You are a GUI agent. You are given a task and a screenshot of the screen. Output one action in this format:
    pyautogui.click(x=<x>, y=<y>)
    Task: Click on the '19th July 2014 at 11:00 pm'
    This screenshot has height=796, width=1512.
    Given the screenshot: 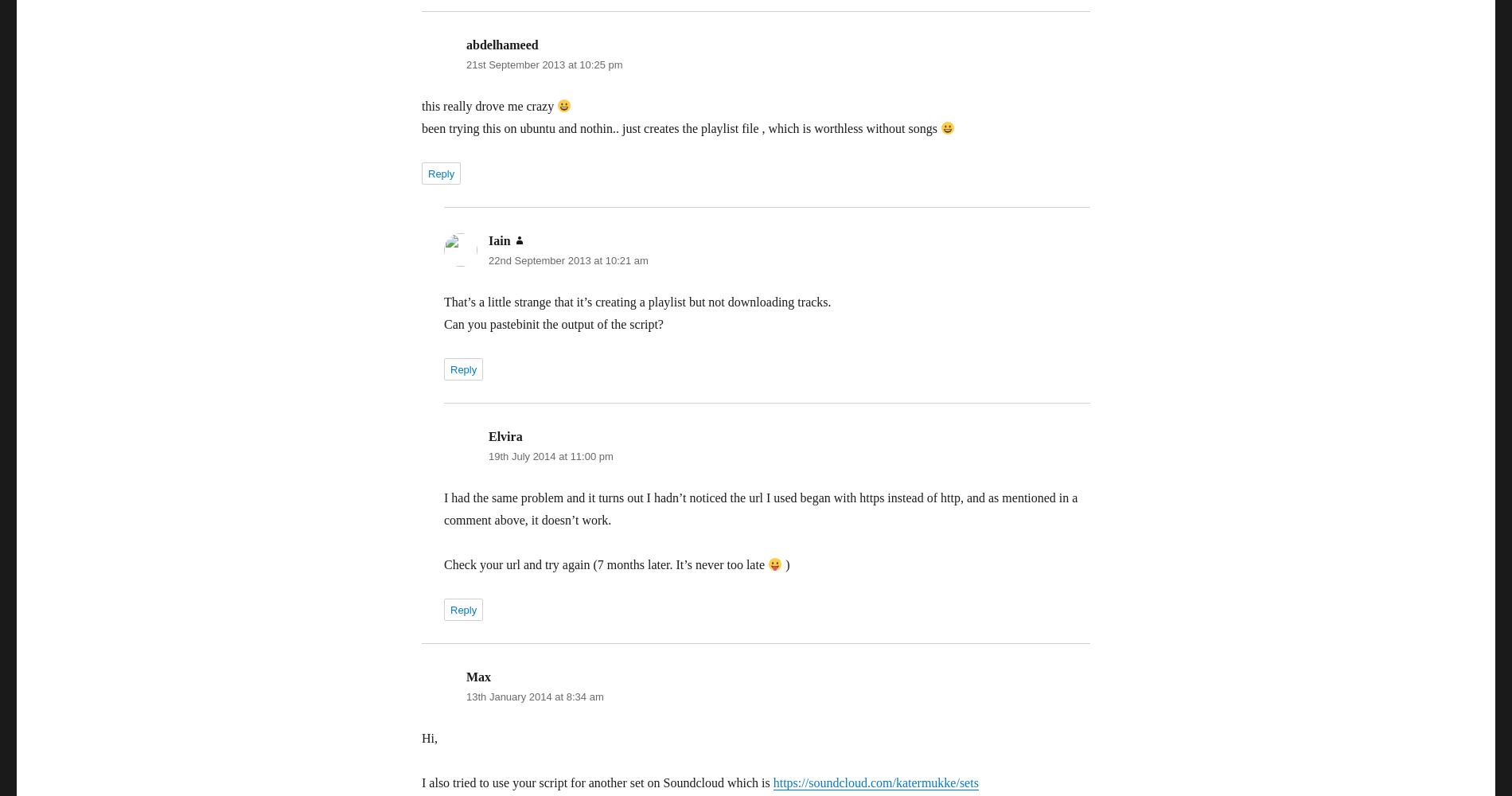 What is the action you would take?
    pyautogui.click(x=550, y=455)
    